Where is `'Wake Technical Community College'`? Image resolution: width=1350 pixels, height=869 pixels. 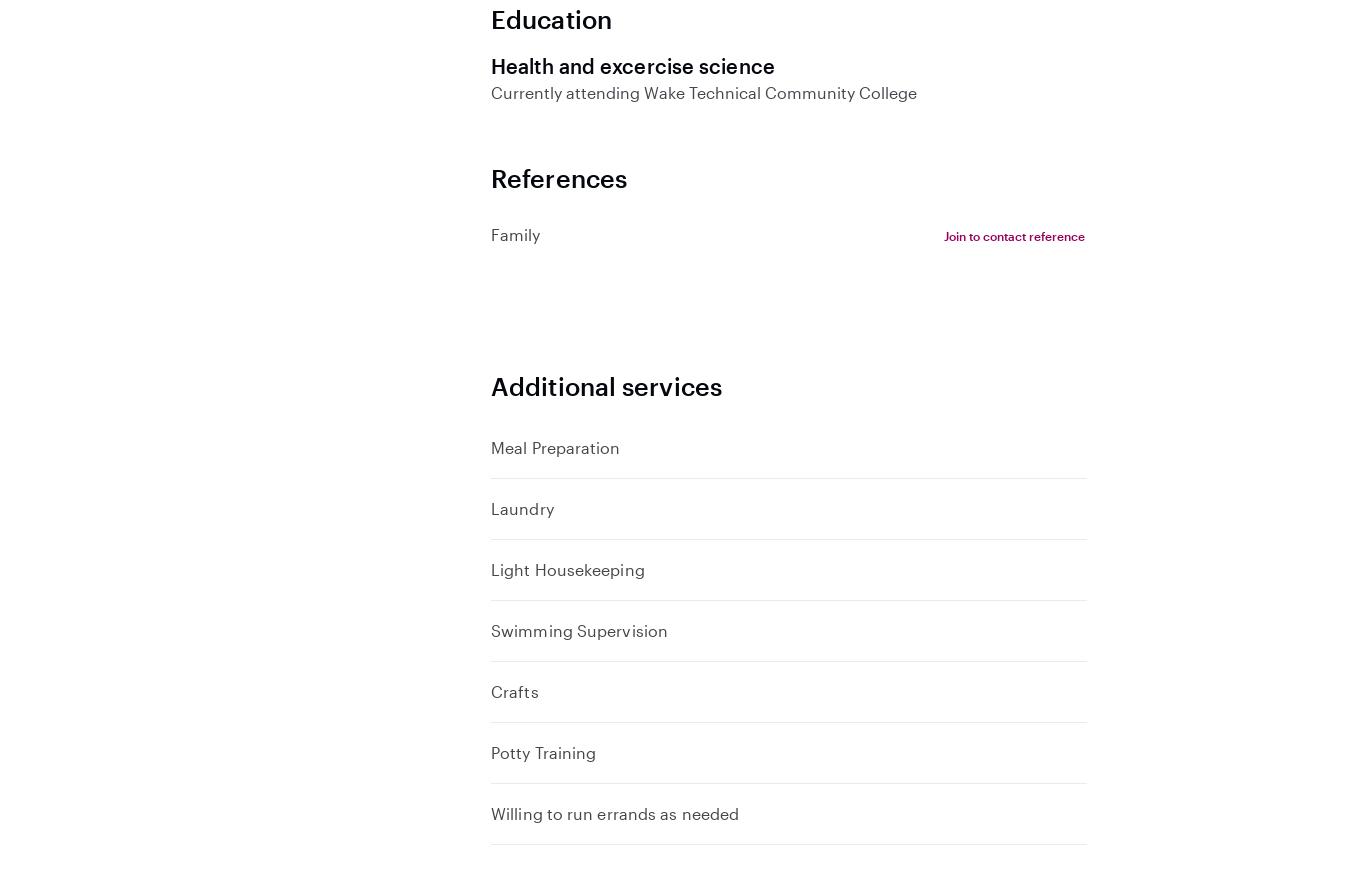 'Wake Technical Community College' is located at coordinates (640, 90).